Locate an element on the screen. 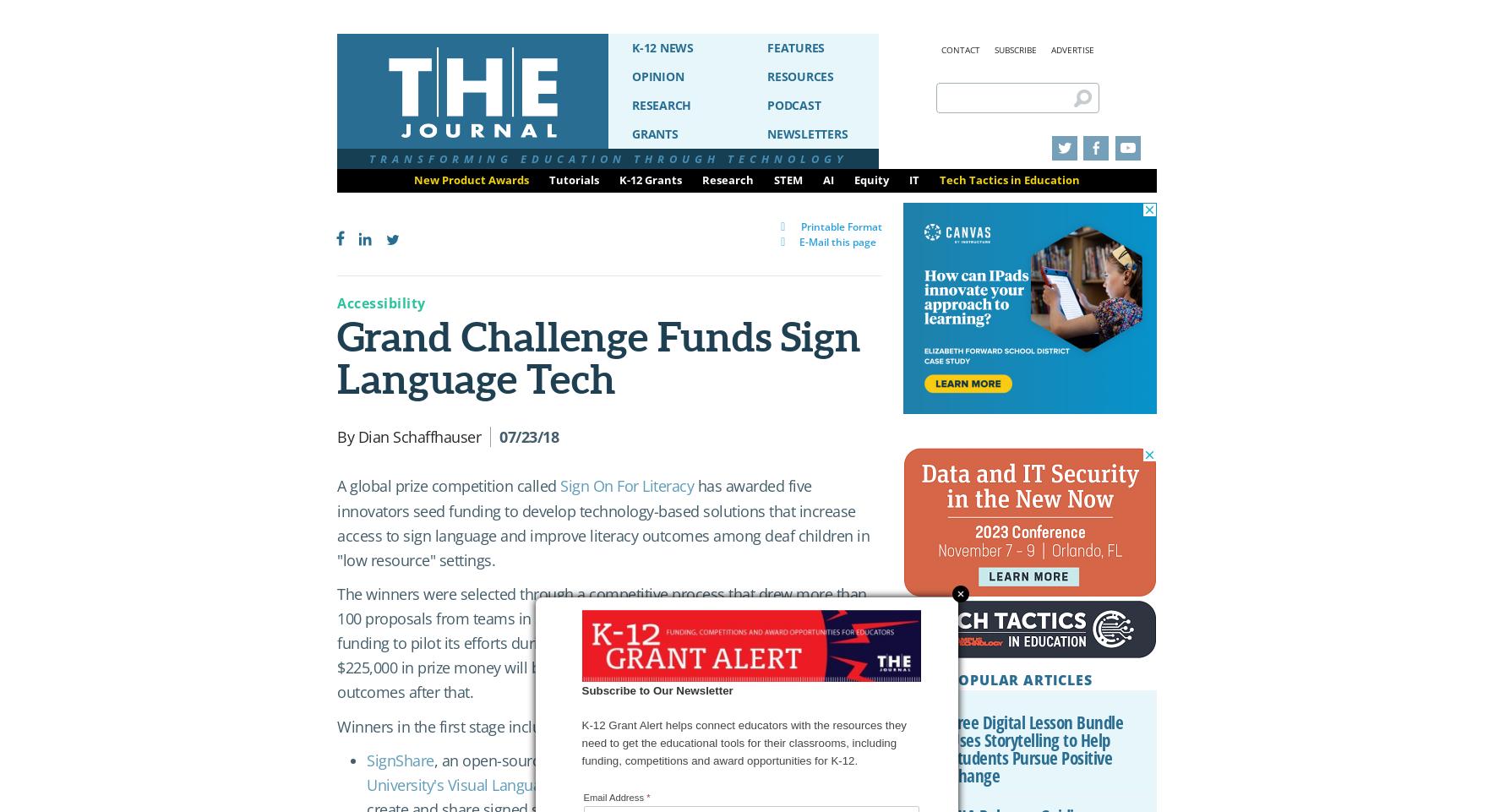  'Gallaudet University's Visual Language and Visual  Learning' is located at coordinates (591, 772).